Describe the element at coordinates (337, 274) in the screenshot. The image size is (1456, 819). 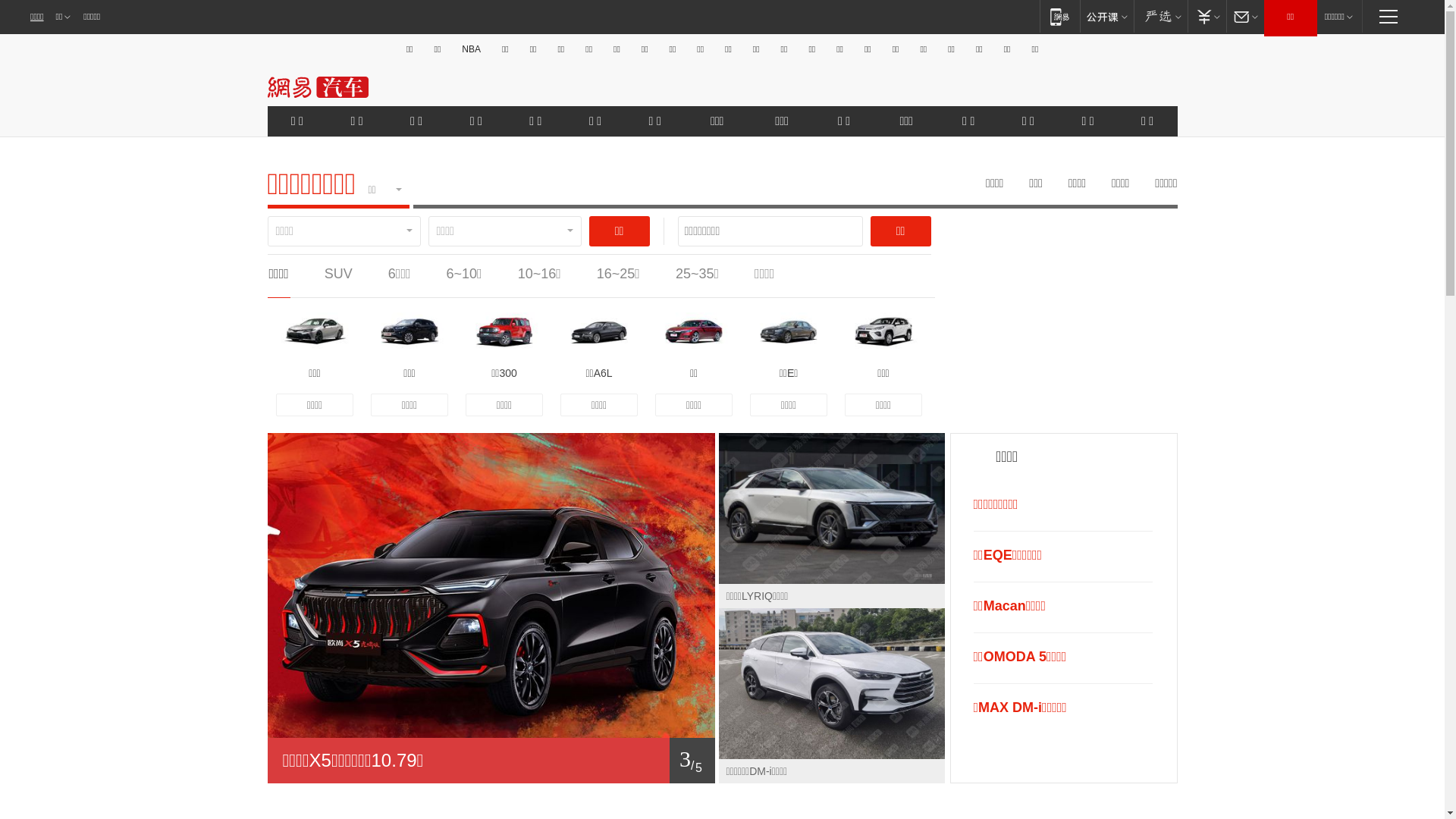
I see `'SUV'` at that location.